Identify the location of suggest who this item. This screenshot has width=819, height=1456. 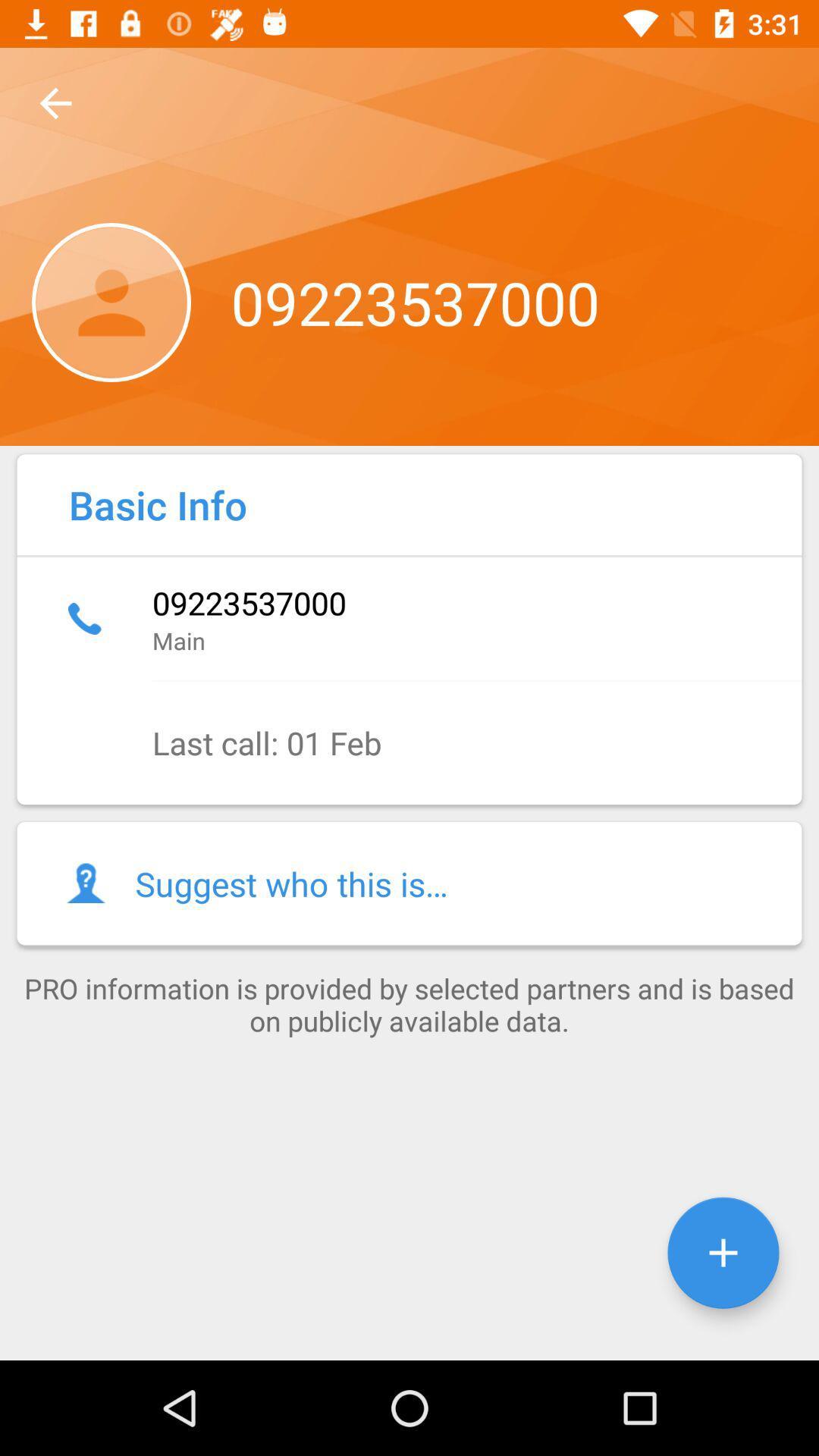
(409, 883).